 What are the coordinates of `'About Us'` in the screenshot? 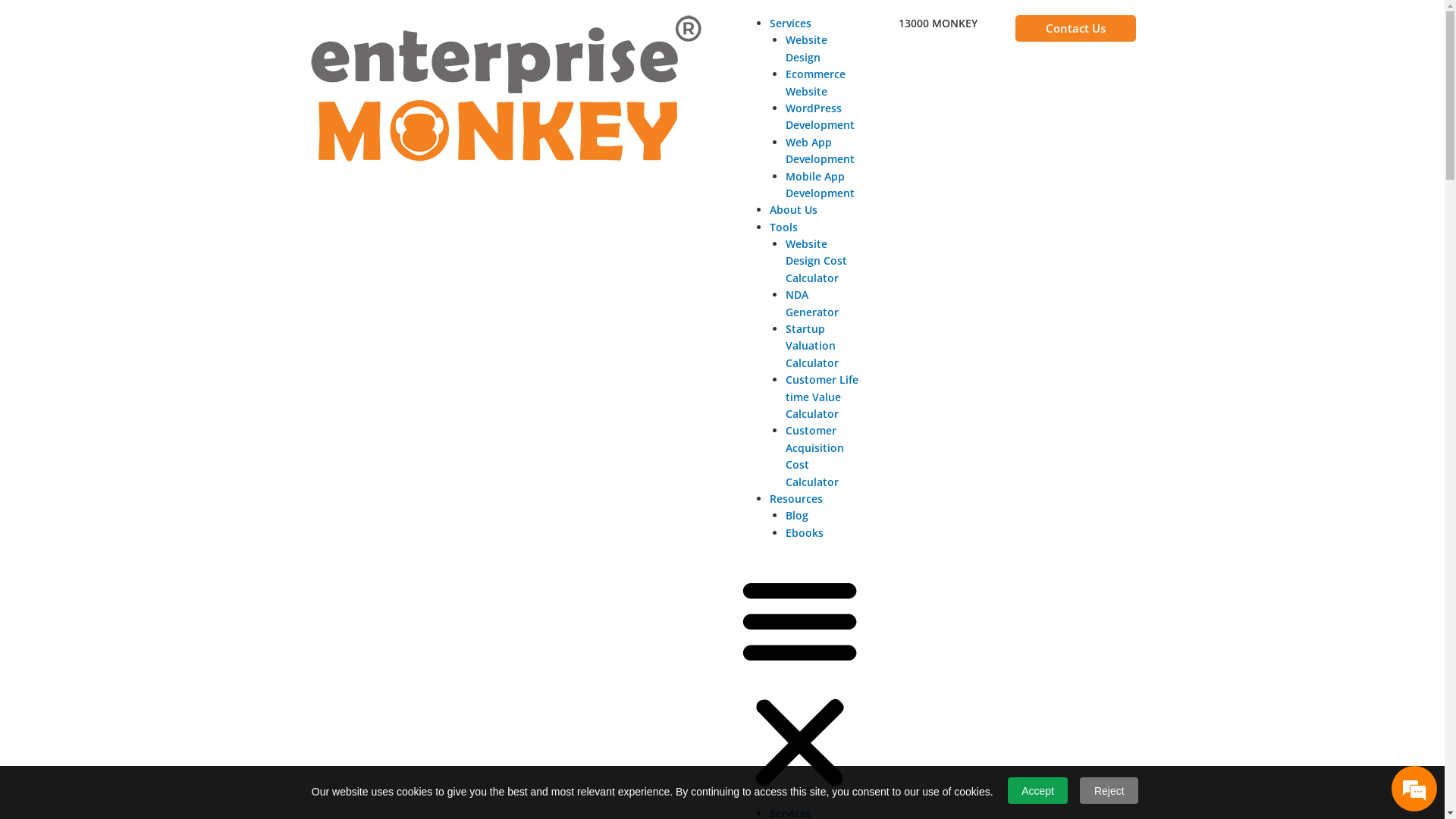 It's located at (792, 209).